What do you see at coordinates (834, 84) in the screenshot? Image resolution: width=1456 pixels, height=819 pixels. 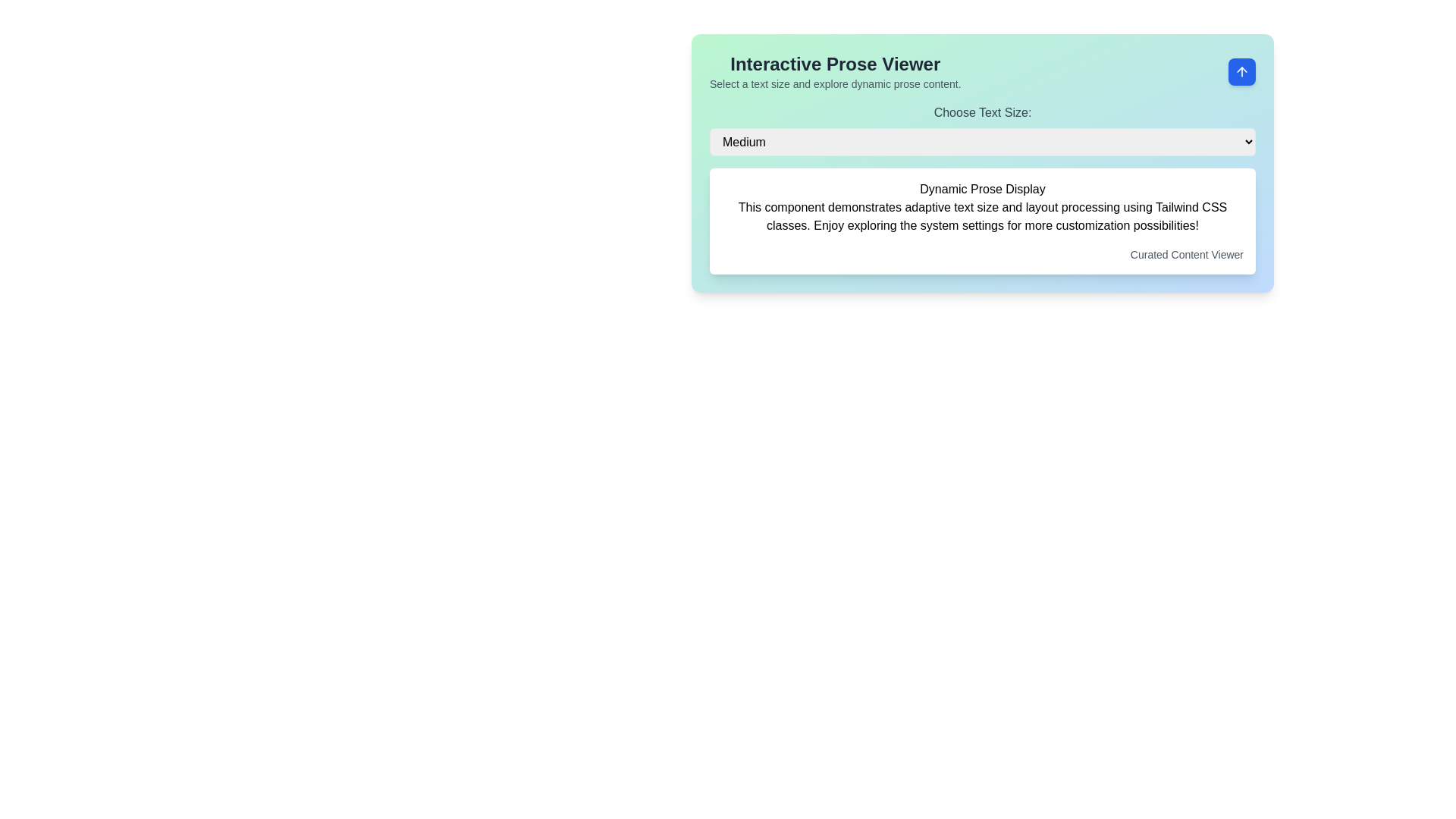 I see `the instructional Text Label located below the 'Interactive Prose Viewer' heading` at bounding box center [834, 84].